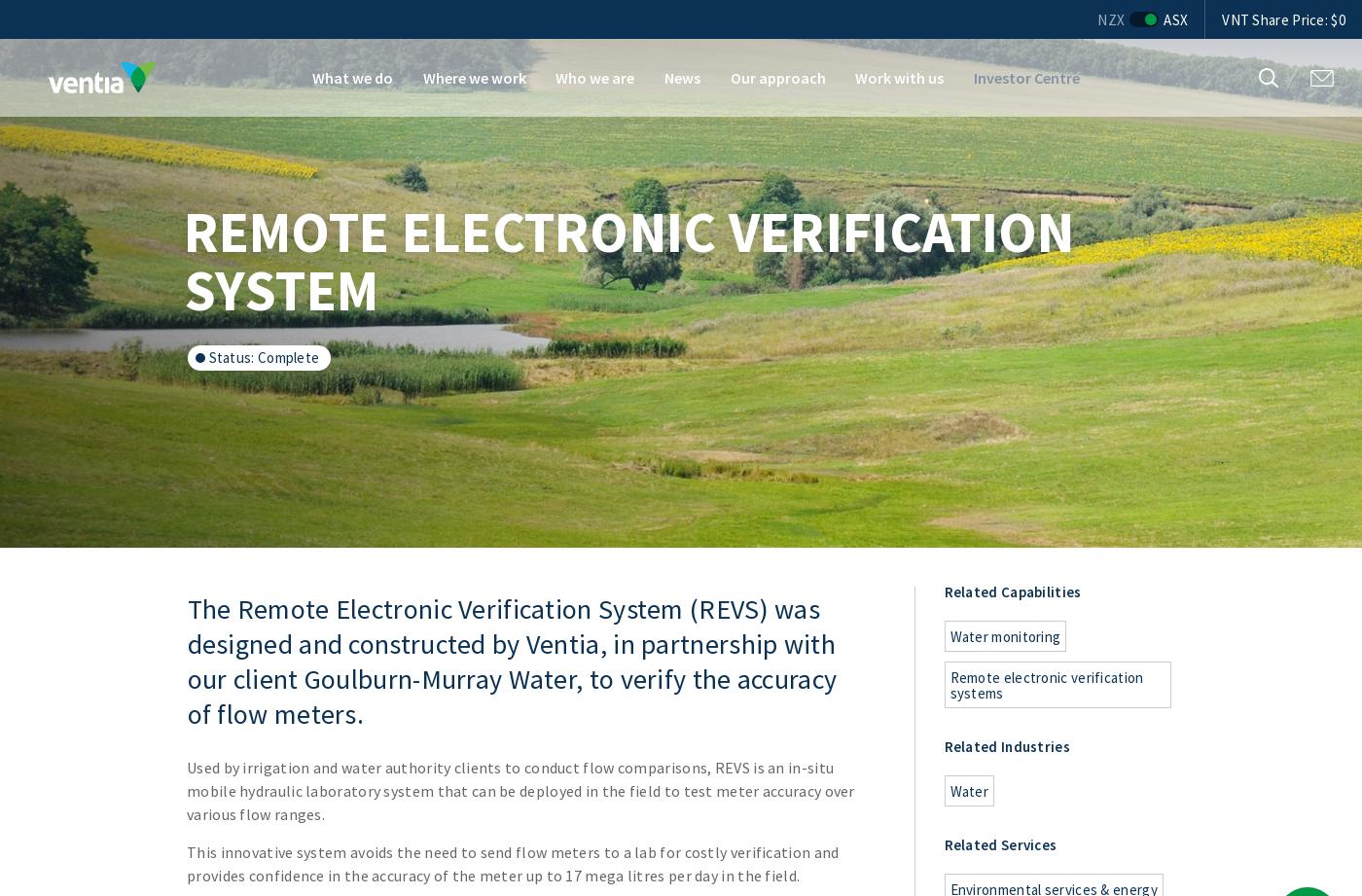 The width and height of the screenshot is (1362, 896). Describe the element at coordinates (257, 357) in the screenshot. I see `'complete'` at that location.